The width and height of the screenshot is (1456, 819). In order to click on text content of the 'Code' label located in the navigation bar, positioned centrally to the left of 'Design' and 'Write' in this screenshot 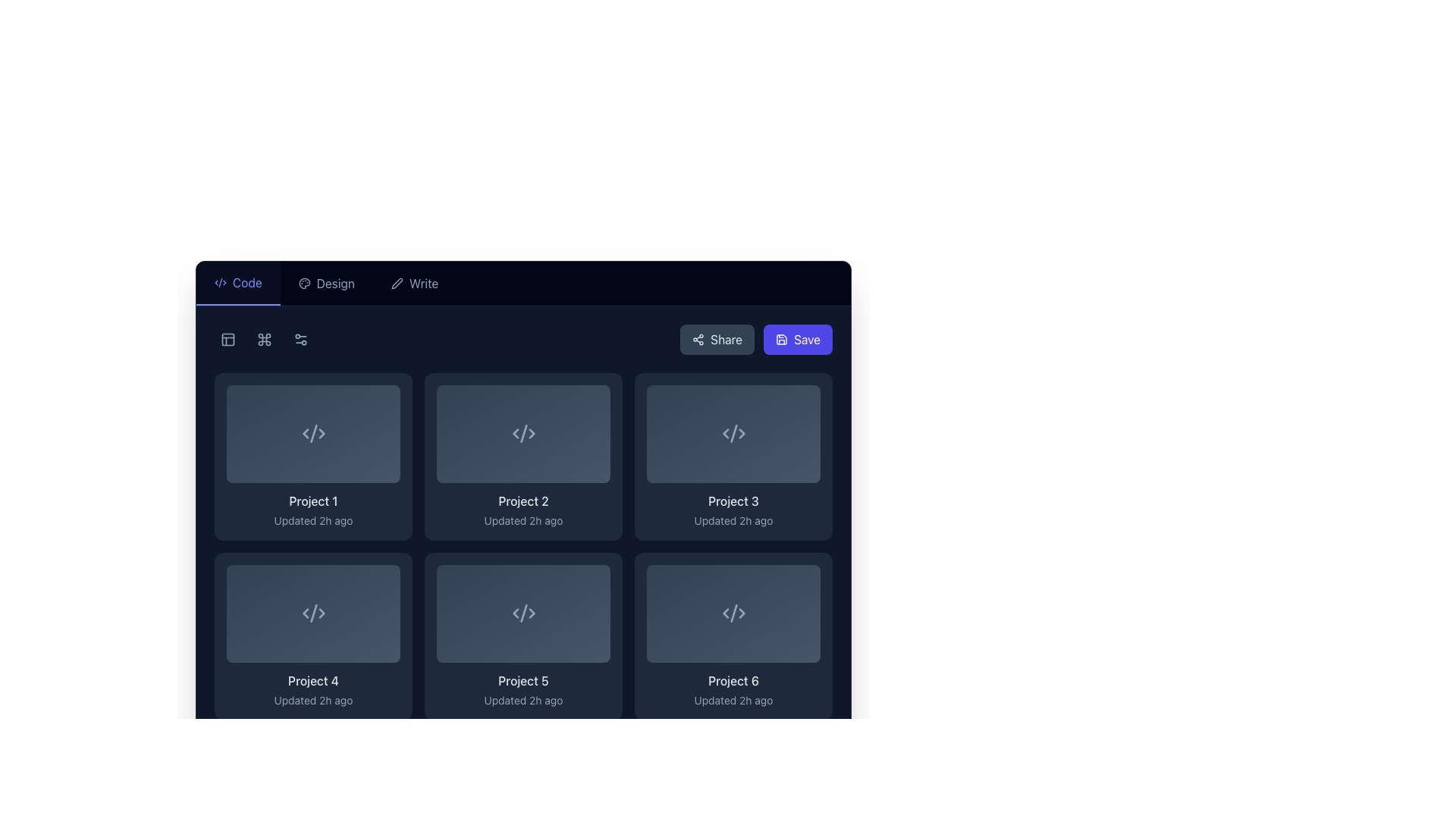, I will do `click(247, 283)`.